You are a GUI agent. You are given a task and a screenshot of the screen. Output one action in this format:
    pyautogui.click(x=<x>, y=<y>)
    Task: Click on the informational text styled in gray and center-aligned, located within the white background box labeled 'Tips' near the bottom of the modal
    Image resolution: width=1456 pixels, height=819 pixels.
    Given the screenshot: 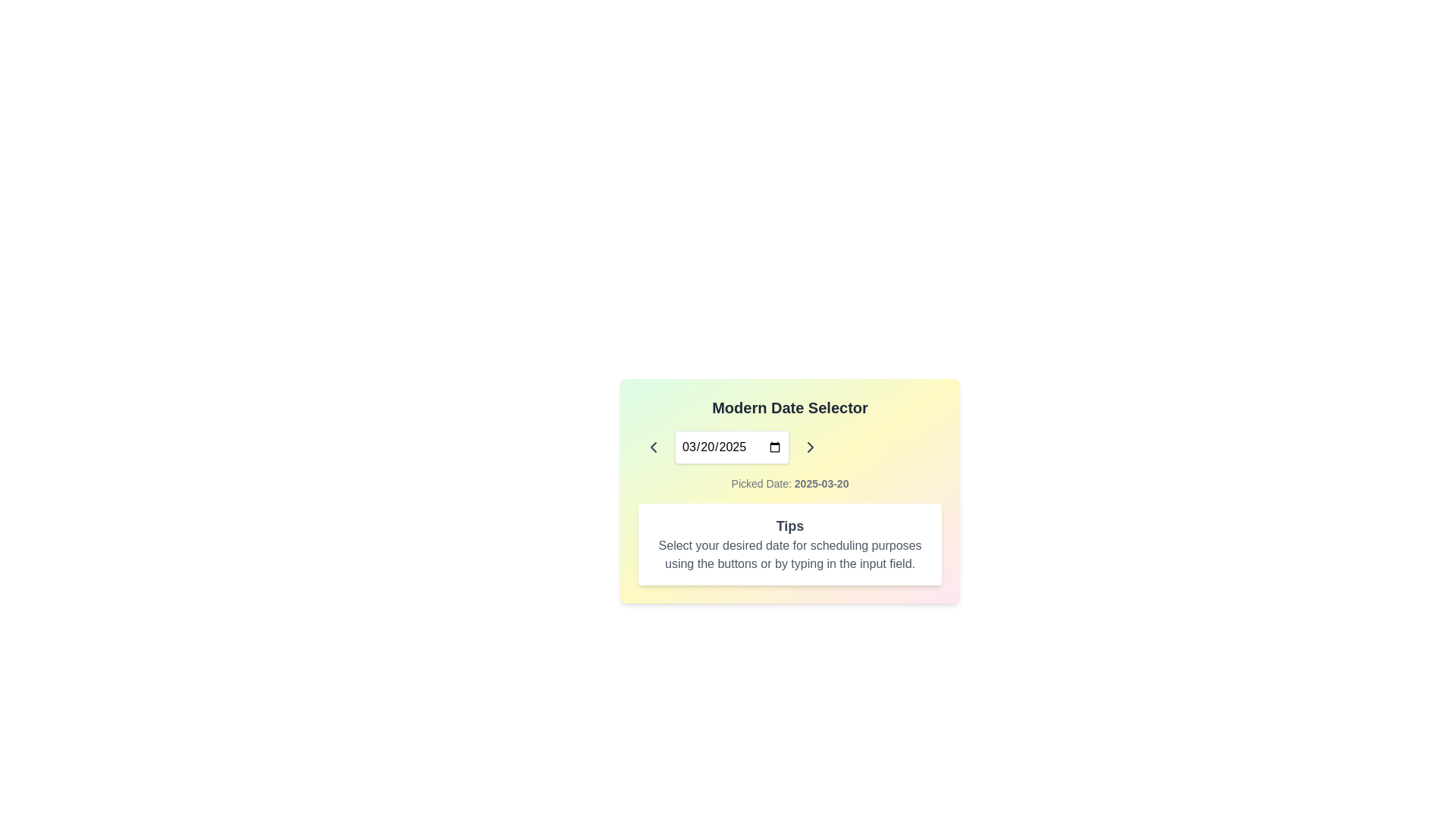 What is the action you would take?
    pyautogui.click(x=789, y=555)
    